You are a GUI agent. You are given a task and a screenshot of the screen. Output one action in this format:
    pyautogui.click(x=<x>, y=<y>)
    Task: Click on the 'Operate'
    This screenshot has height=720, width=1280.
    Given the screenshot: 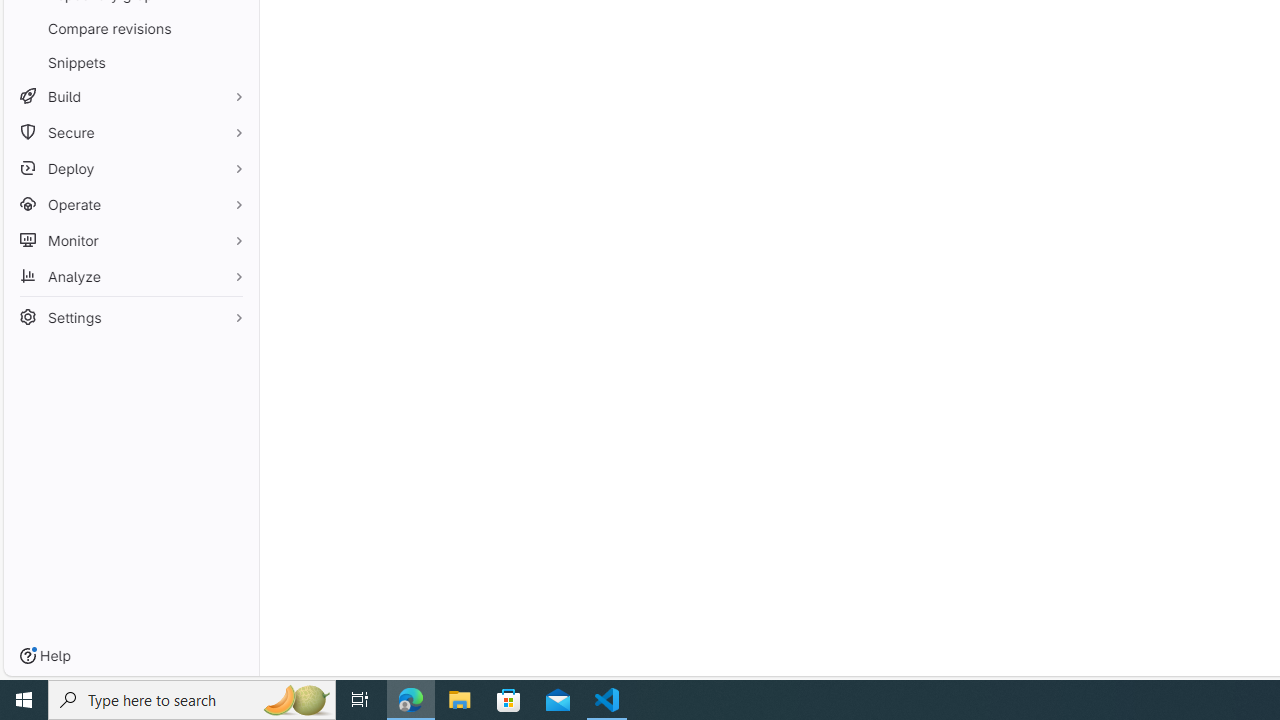 What is the action you would take?
    pyautogui.click(x=130, y=204)
    